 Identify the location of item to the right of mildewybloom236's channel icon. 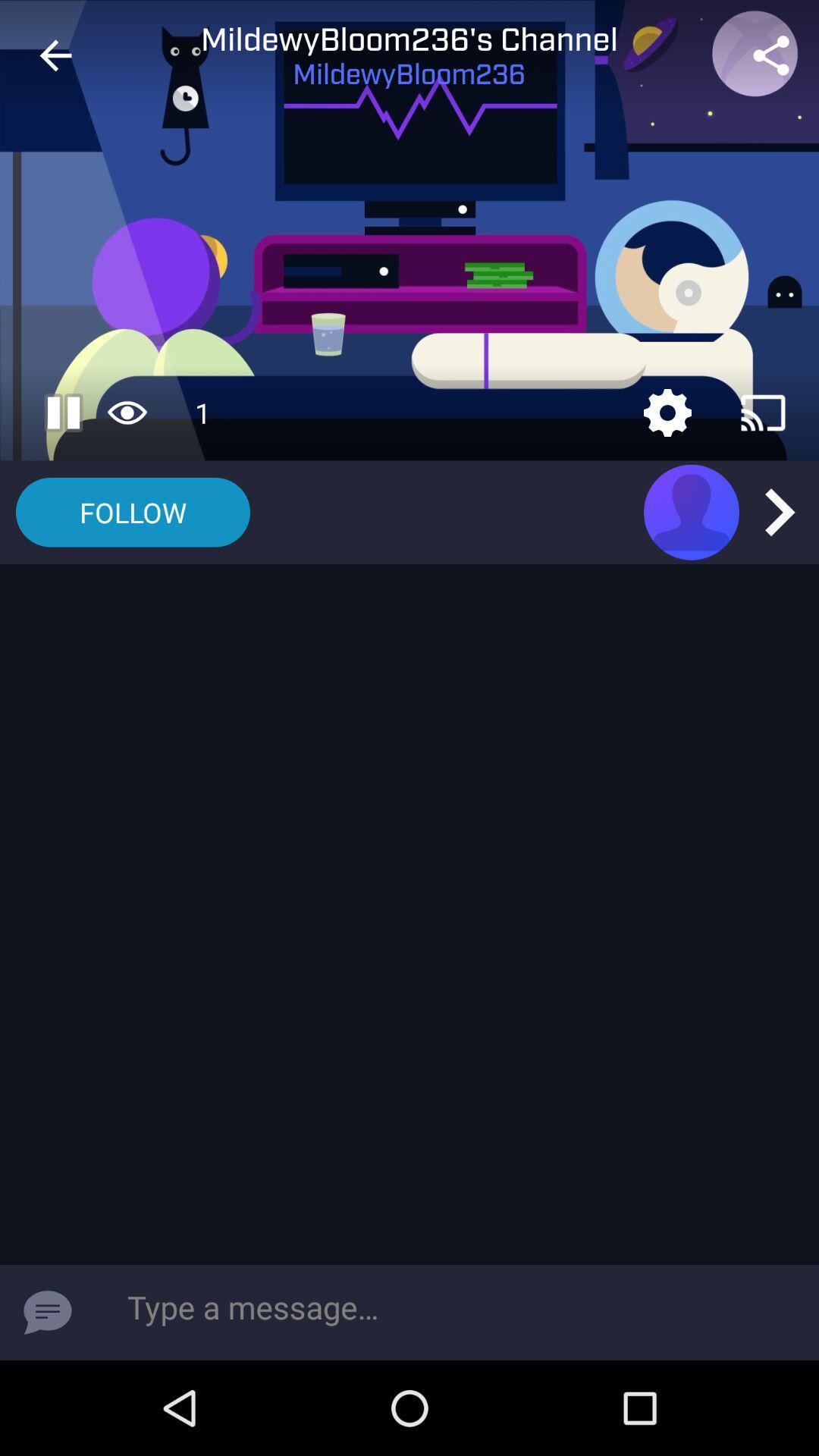
(771, 55).